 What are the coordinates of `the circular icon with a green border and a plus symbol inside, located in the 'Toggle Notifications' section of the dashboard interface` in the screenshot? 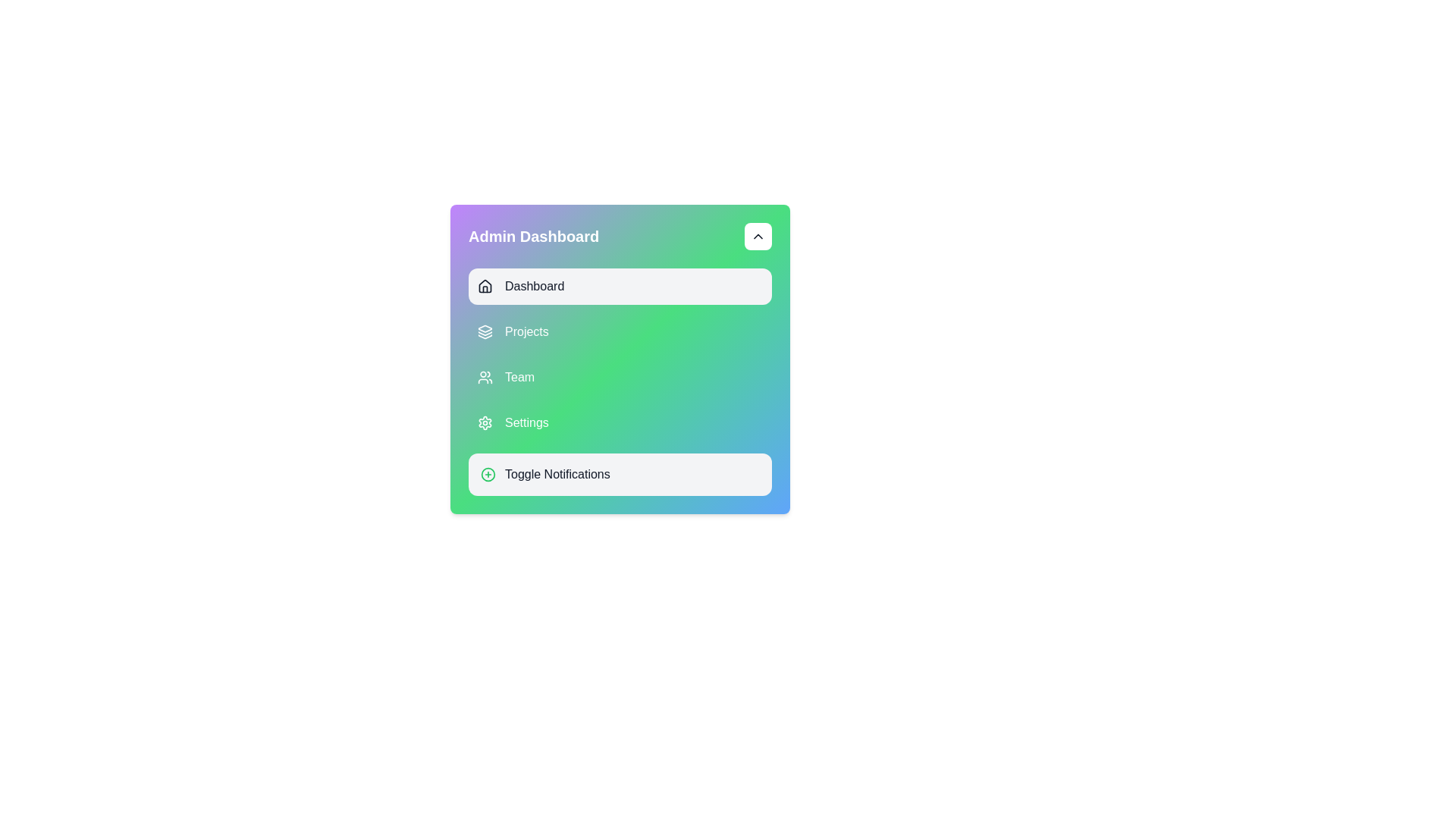 It's located at (488, 473).